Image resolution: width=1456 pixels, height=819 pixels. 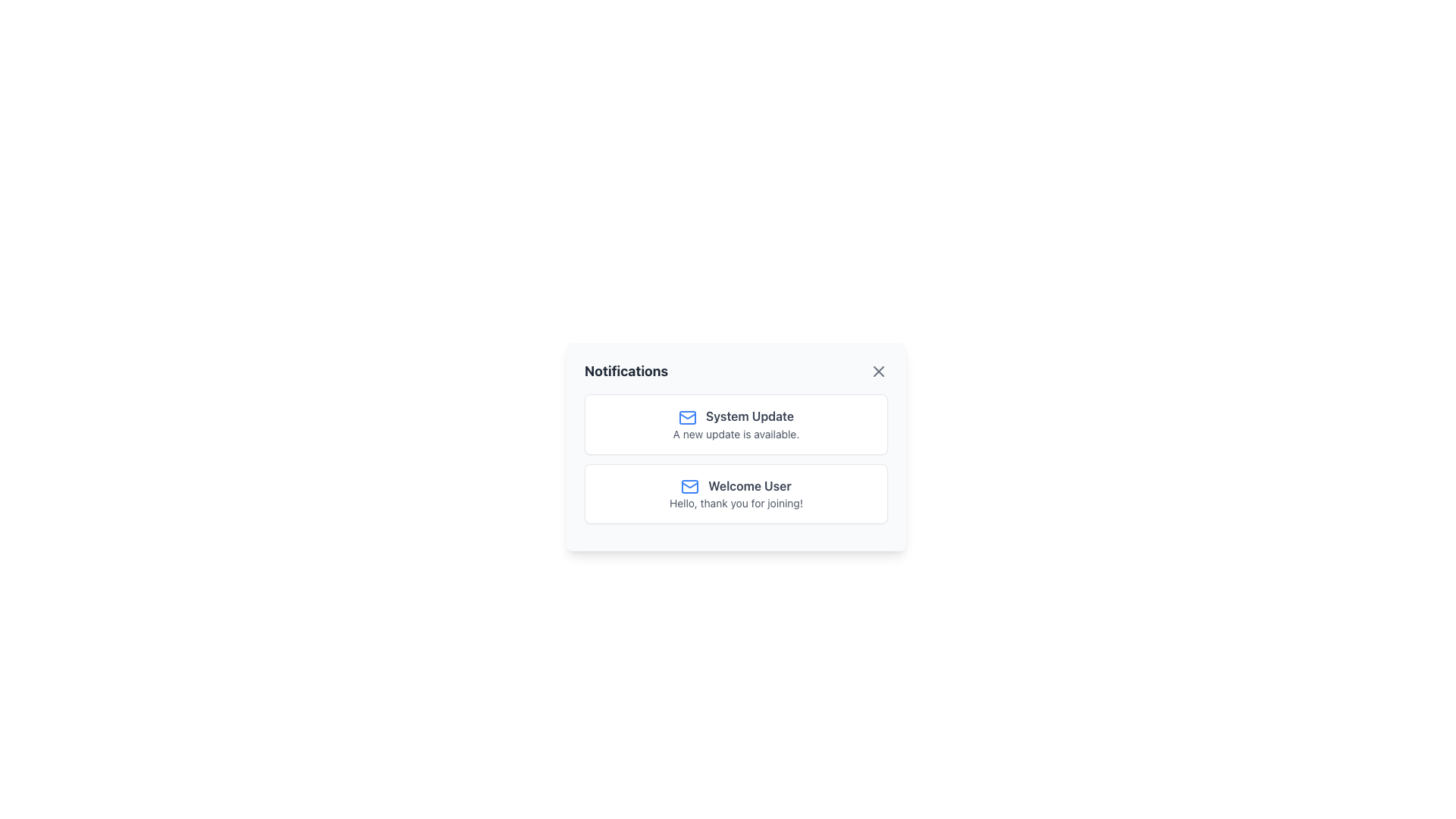 What do you see at coordinates (878, 371) in the screenshot?
I see `the close icon-style button on the right side of the notification box` at bounding box center [878, 371].